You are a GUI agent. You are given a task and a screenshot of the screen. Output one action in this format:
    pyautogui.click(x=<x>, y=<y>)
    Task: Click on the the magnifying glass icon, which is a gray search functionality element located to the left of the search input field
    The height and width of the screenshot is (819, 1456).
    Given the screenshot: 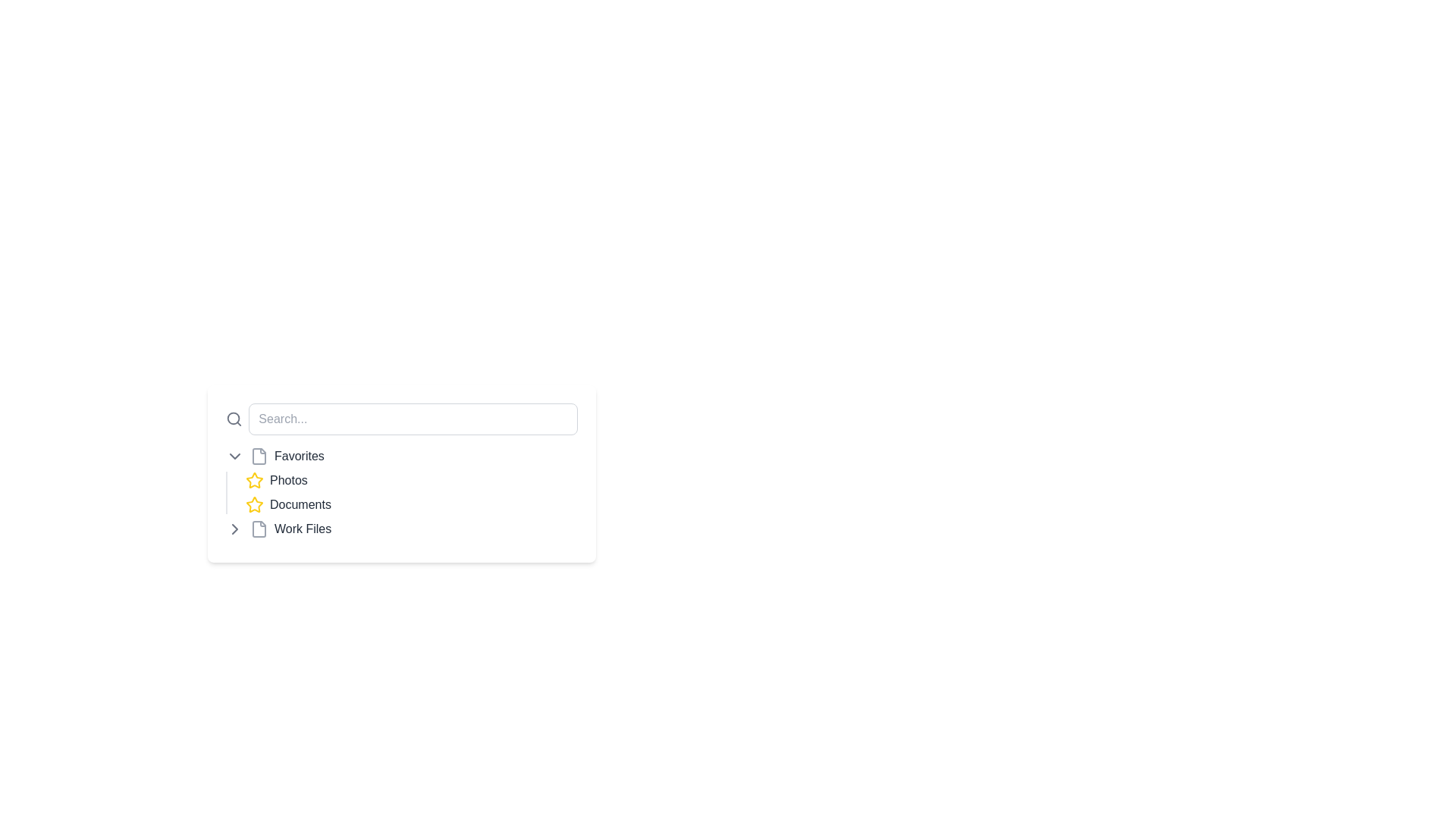 What is the action you would take?
    pyautogui.click(x=234, y=419)
    